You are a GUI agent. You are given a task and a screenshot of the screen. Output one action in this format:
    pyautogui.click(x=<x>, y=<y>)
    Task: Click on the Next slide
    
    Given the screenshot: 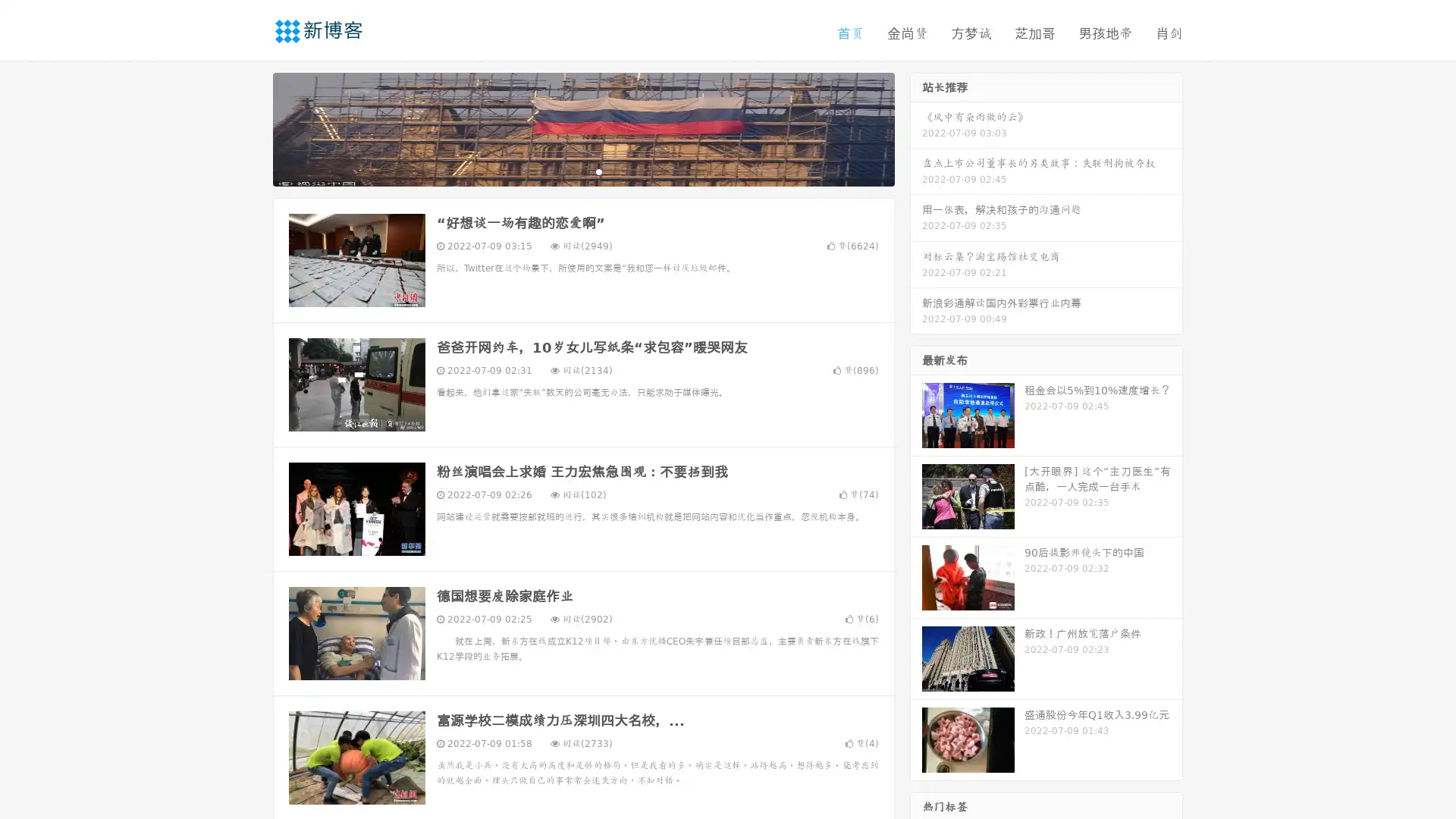 What is the action you would take?
    pyautogui.click(x=916, y=127)
    